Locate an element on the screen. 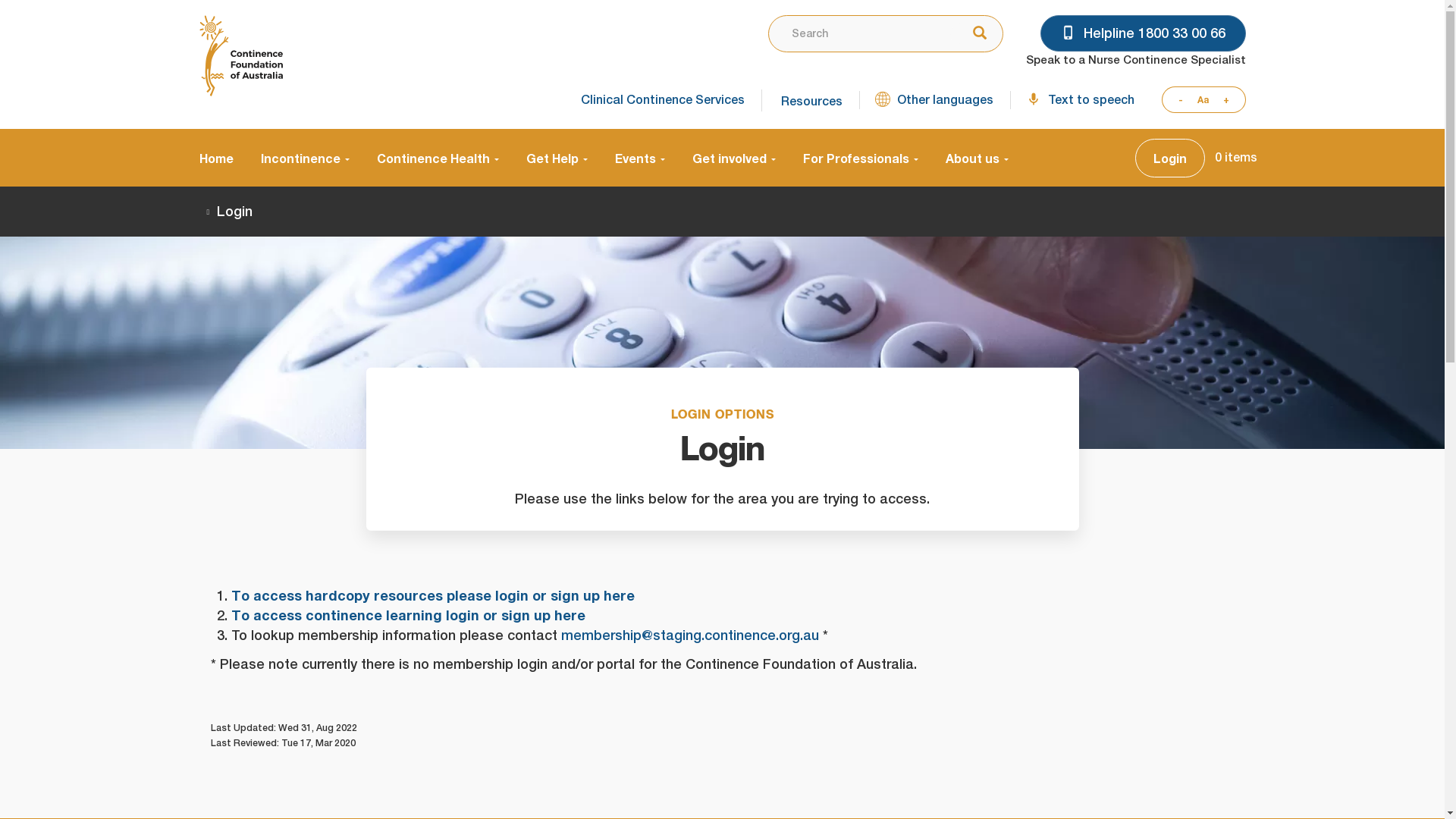 Image resolution: width=1456 pixels, height=819 pixels. 'Events' is located at coordinates (639, 158).